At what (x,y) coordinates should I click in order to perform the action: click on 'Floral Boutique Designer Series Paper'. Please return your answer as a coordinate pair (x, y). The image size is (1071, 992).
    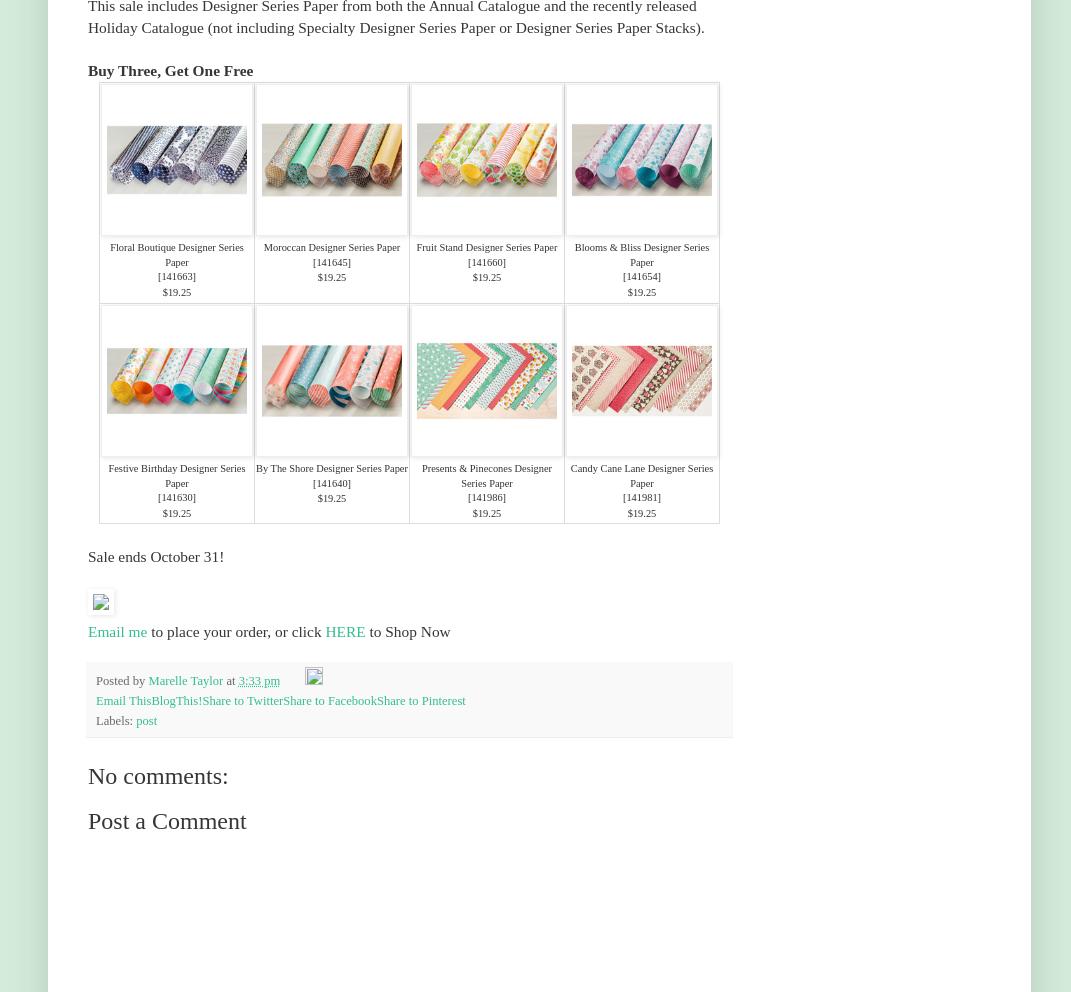
    Looking at the image, I should click on (109, 253).